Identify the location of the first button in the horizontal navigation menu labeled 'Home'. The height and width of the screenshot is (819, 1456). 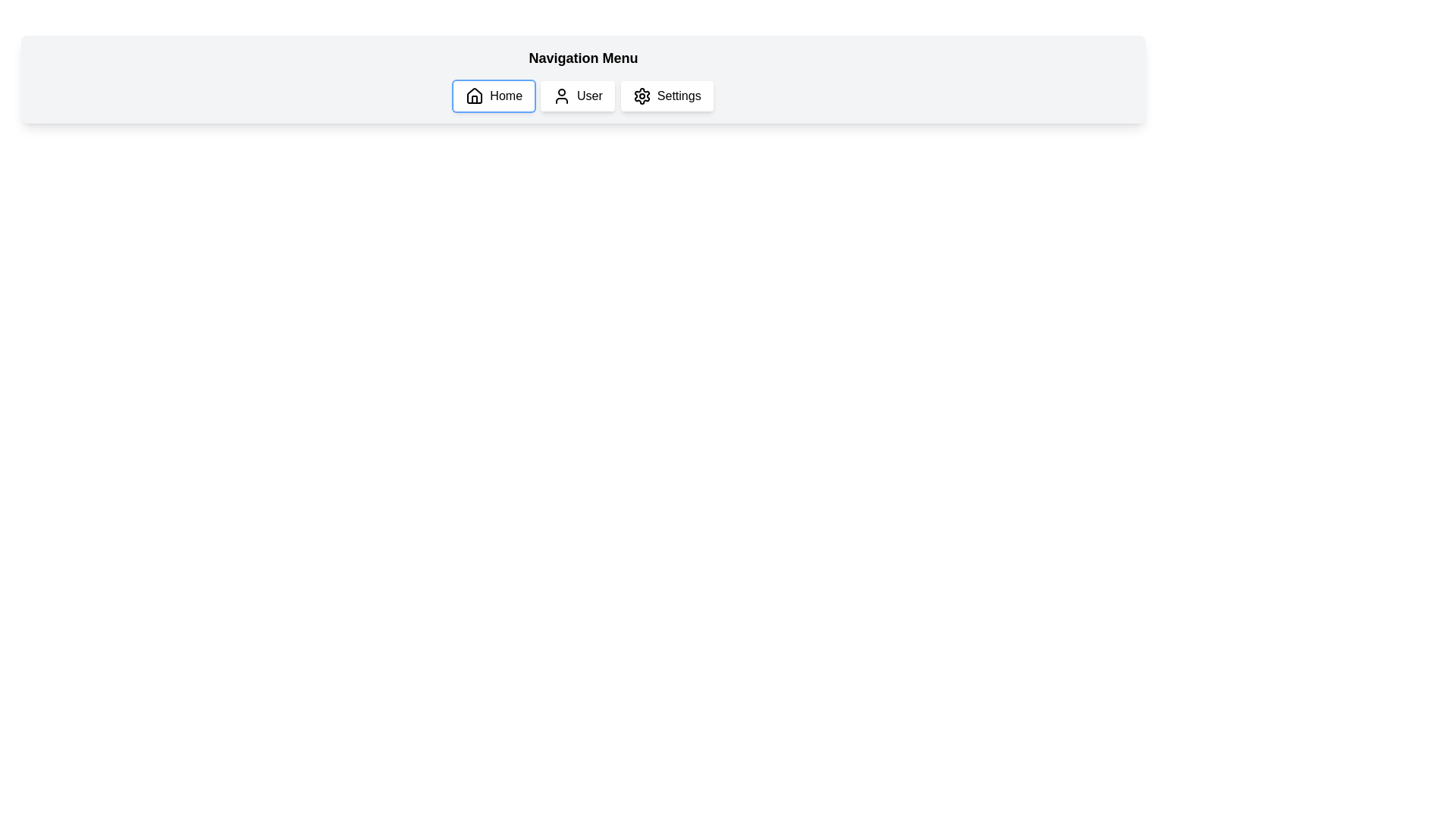
(494, 96).